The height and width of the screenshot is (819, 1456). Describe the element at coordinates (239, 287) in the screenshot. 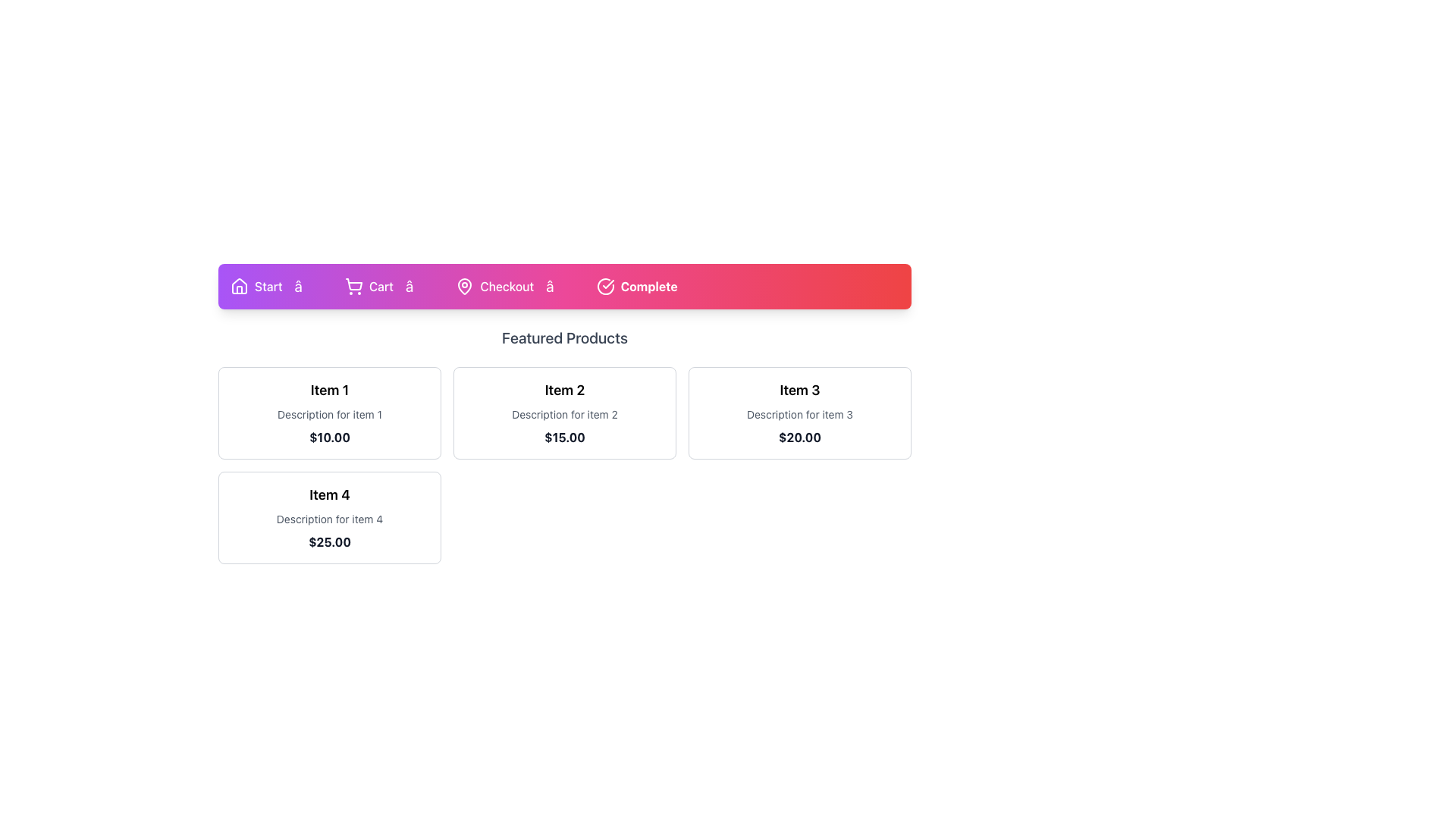

I see `the homepage icon located on the left side of the 'Start' button in the top navigation bar` at that location.